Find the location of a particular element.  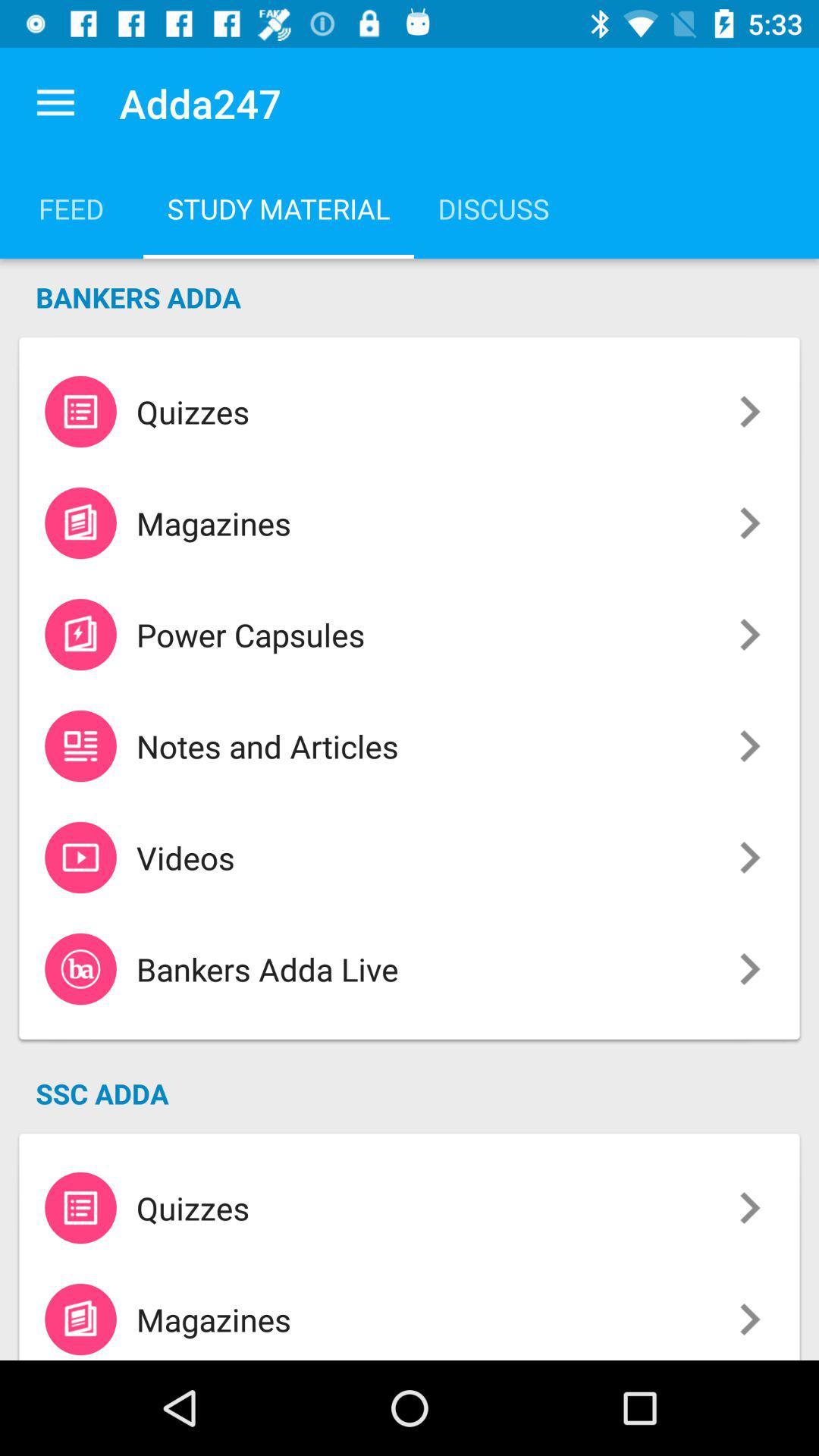

the item next to the adda247 is located at coordinates (55, 102).